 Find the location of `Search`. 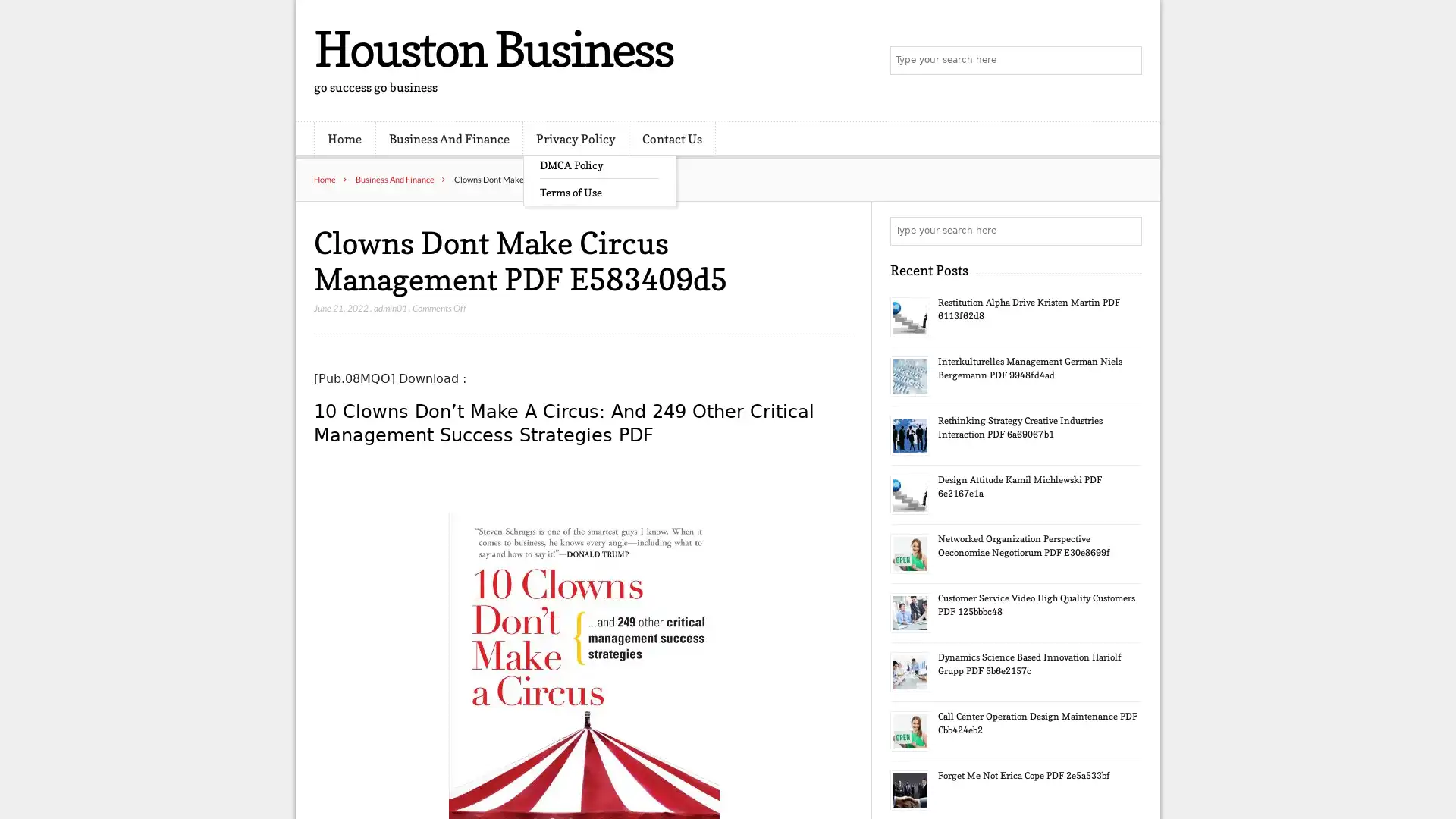

Search is located at coordinates (1126, 231).